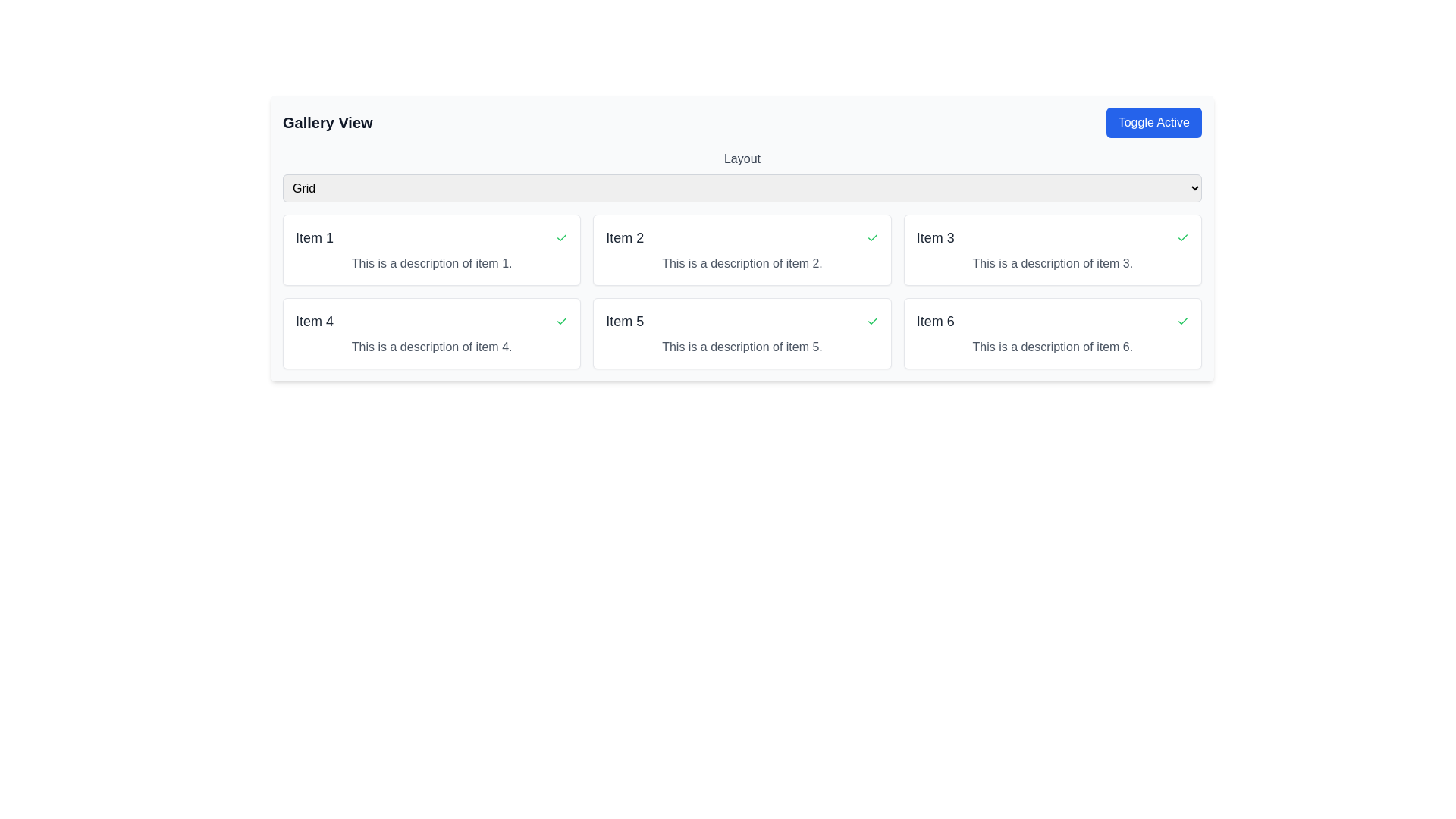 The image size is (1456, 819). What do you see at coordinates (314, 237) in the screenshot?
I see `the text label that serves as the title for the first item in the grid layout, located at the top-left corner of the first card` at bounding box center [314, 237].